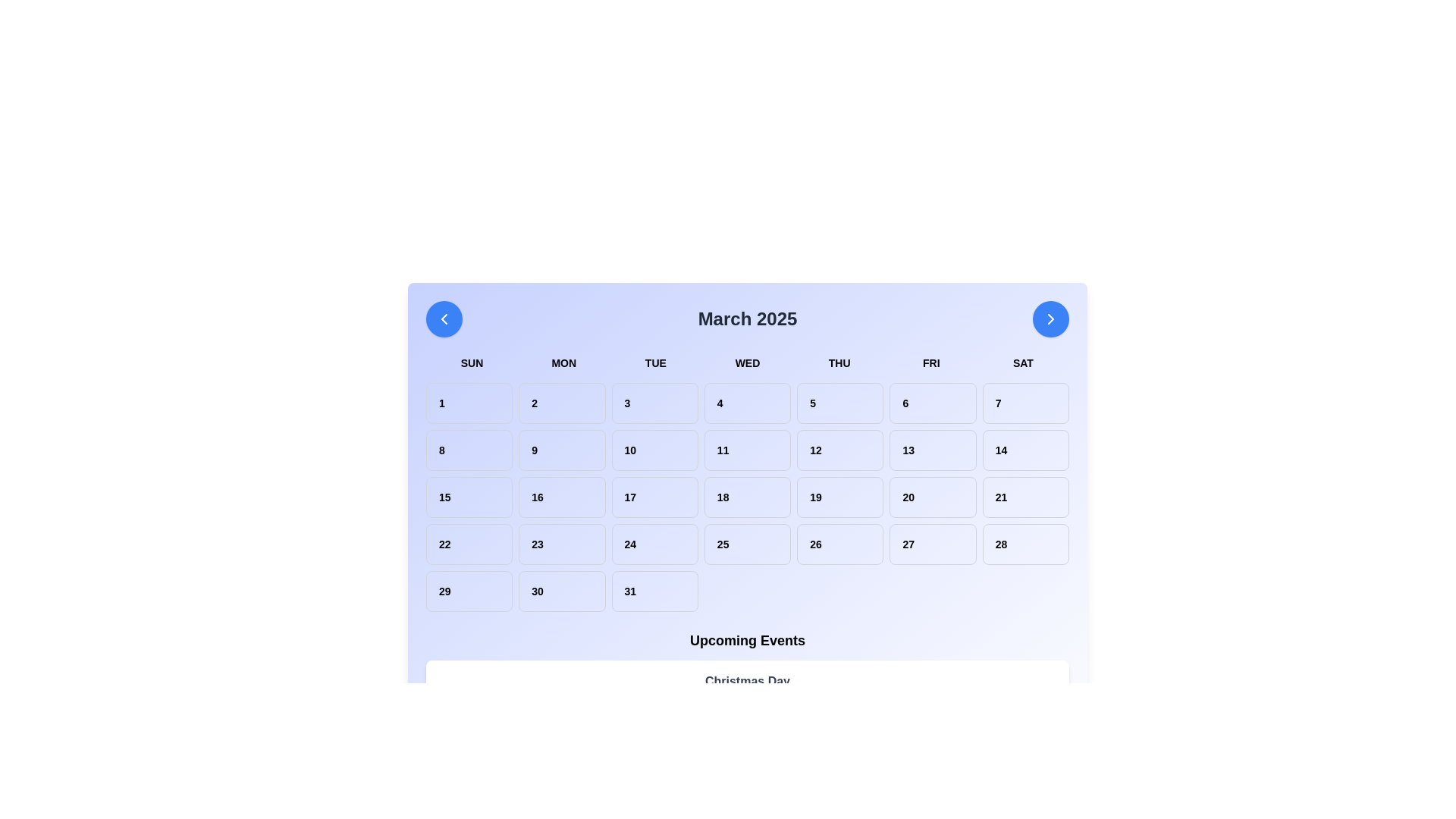 This screenshot has height=819, width=1456. What do you see at coordinates (469, 543) in the screenshot?
I see `the clickable day cell representing the 22nd` at bounding box center [469, 543].